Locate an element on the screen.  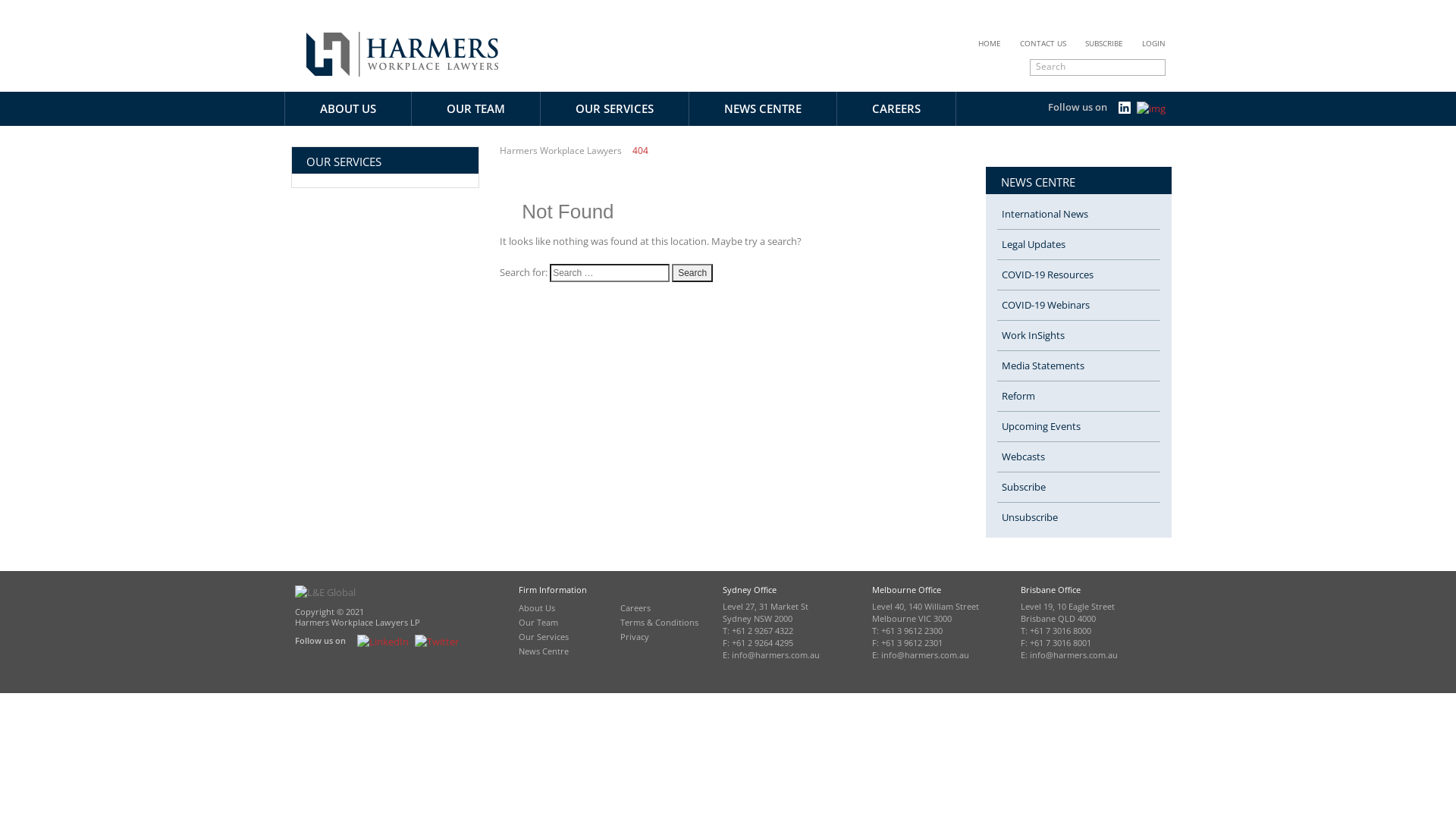
'International News' is located at coordinates (1078, 214).